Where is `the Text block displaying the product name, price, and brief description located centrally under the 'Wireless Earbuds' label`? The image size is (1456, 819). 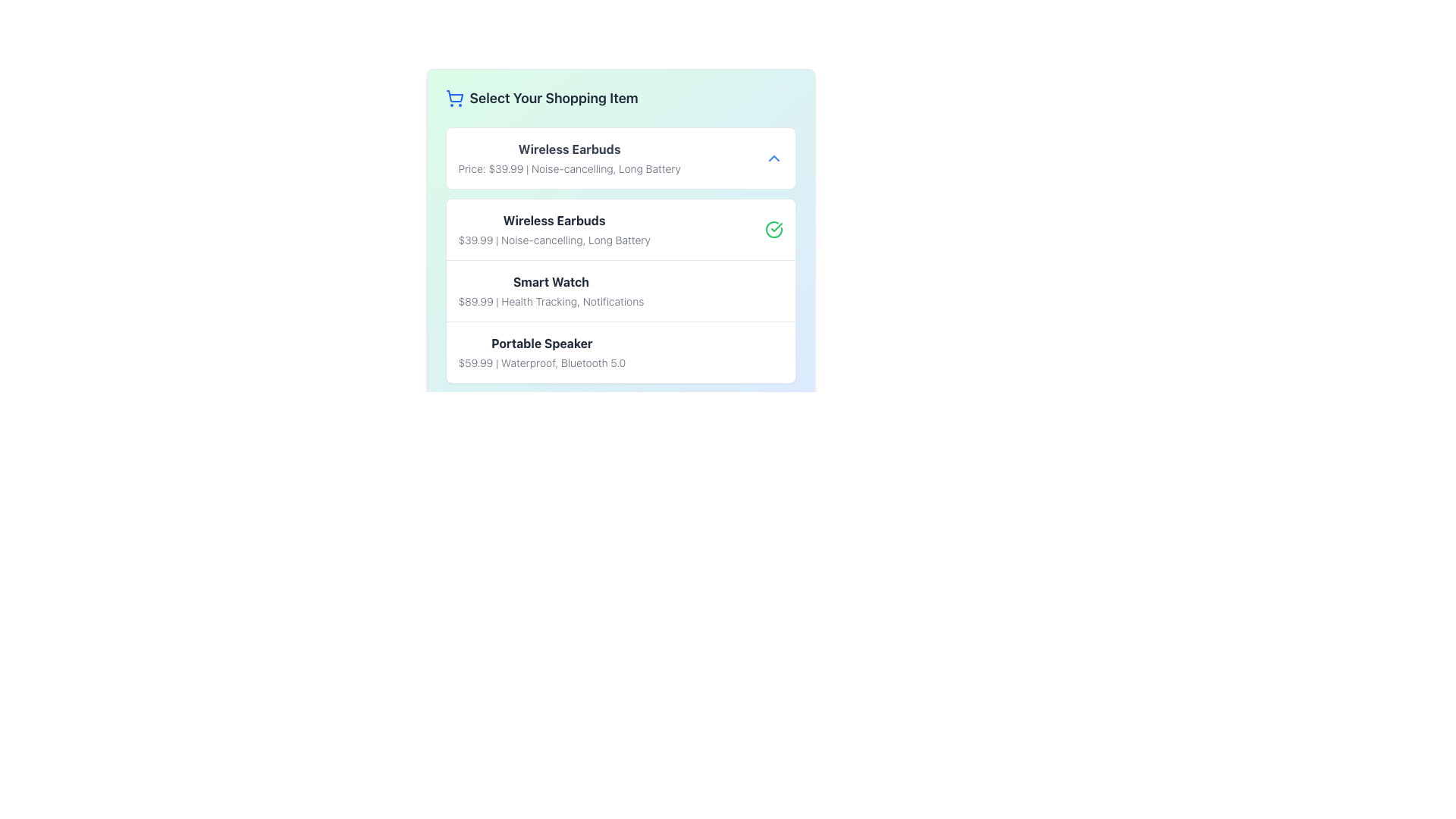
the Text block displaying the product name, price, and brief description located centrally under the 'Wireless Earbuds' label is located at coordinates (550, 291).